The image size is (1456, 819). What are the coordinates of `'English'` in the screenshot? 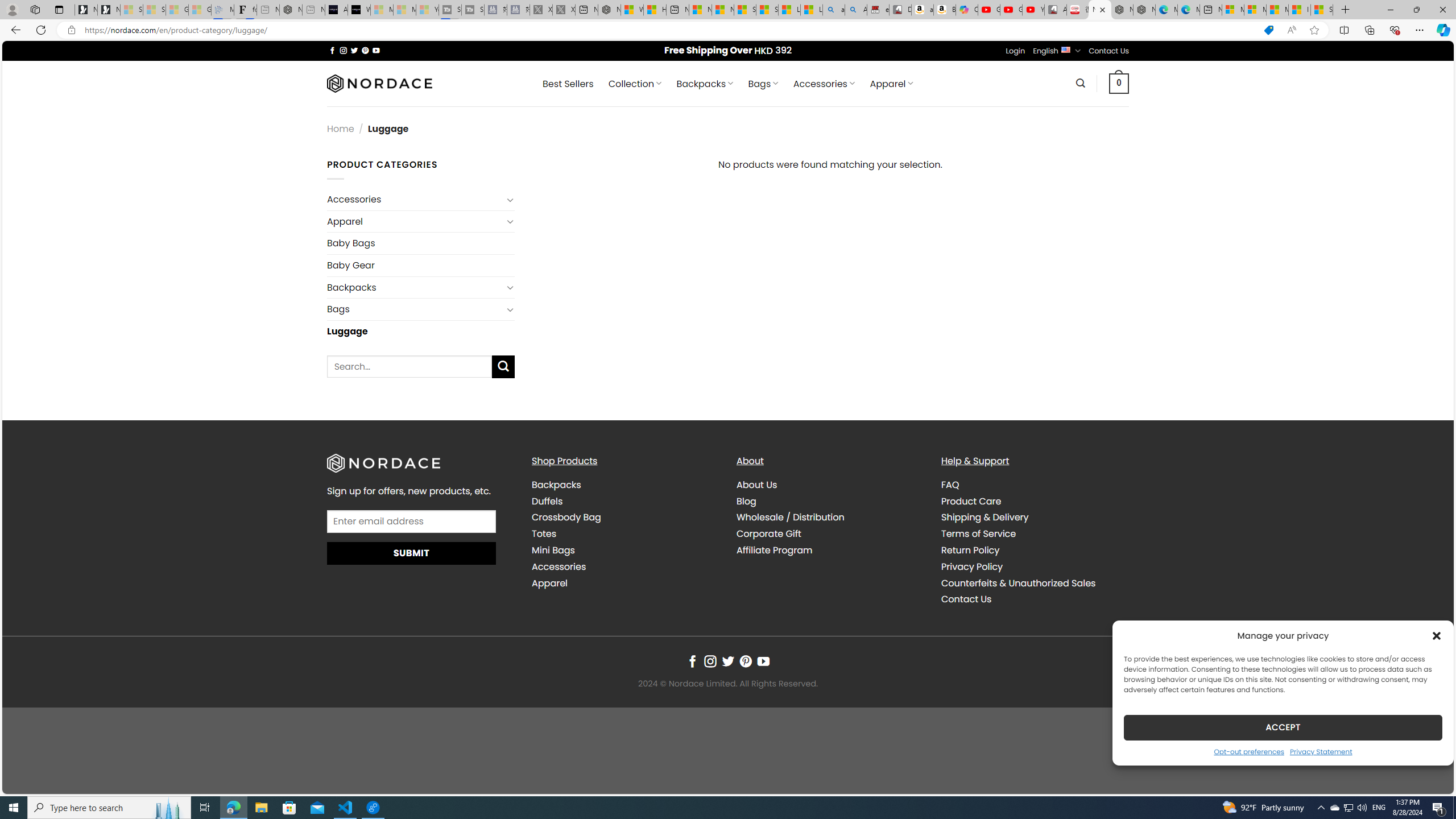 It's located at (1065, 49).